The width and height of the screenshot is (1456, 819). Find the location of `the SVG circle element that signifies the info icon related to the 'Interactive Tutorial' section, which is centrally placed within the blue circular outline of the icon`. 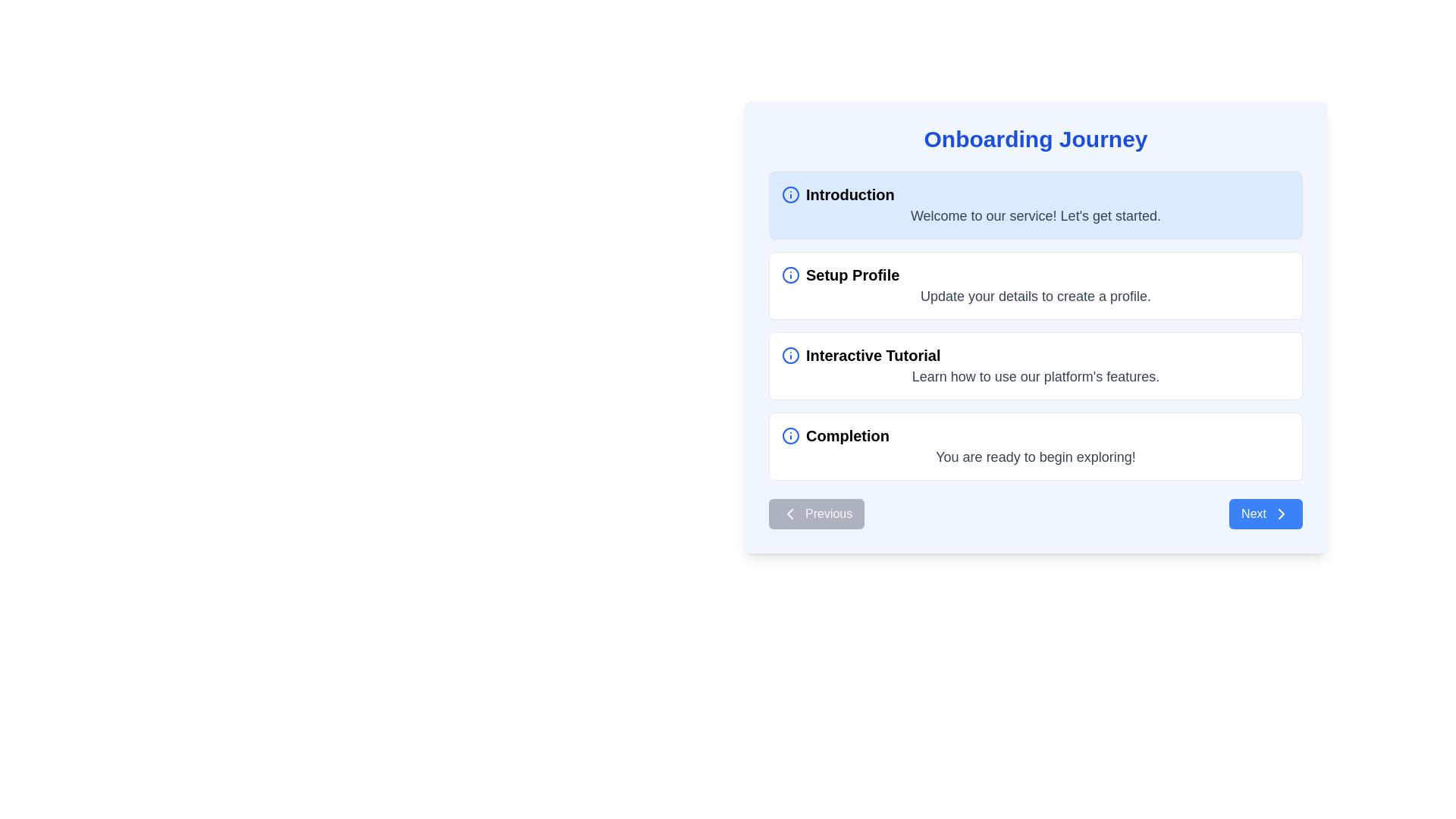

the SVG circle element that signifies the info icon related to the 'Interactive Tutorial' section, which is centrally placed within the blue circular outline of the icon is located at coordinates (789, 356).